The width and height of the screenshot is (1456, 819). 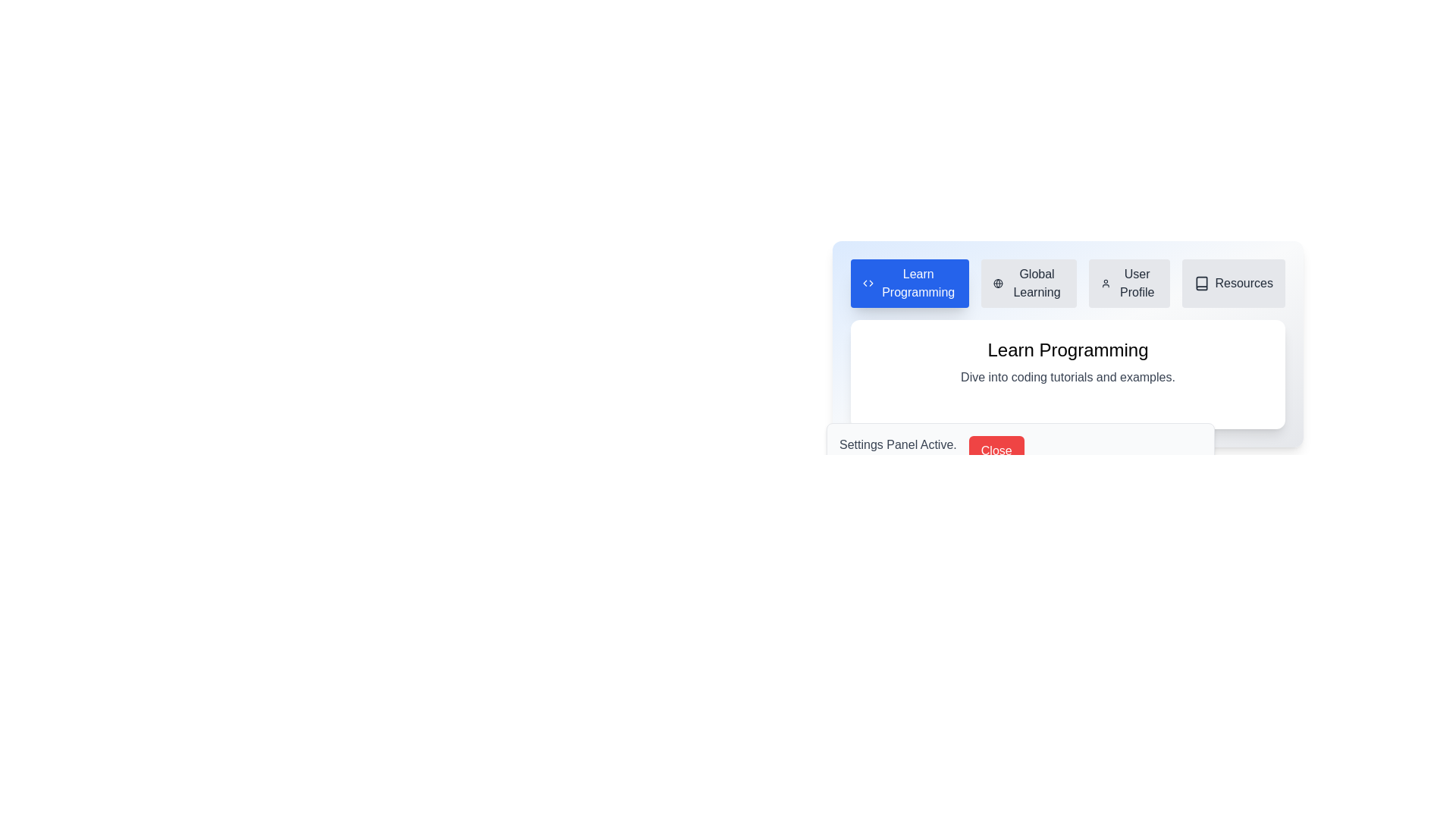 I want to click on the tab labeled User Profile, so click(x=1128, y=284).